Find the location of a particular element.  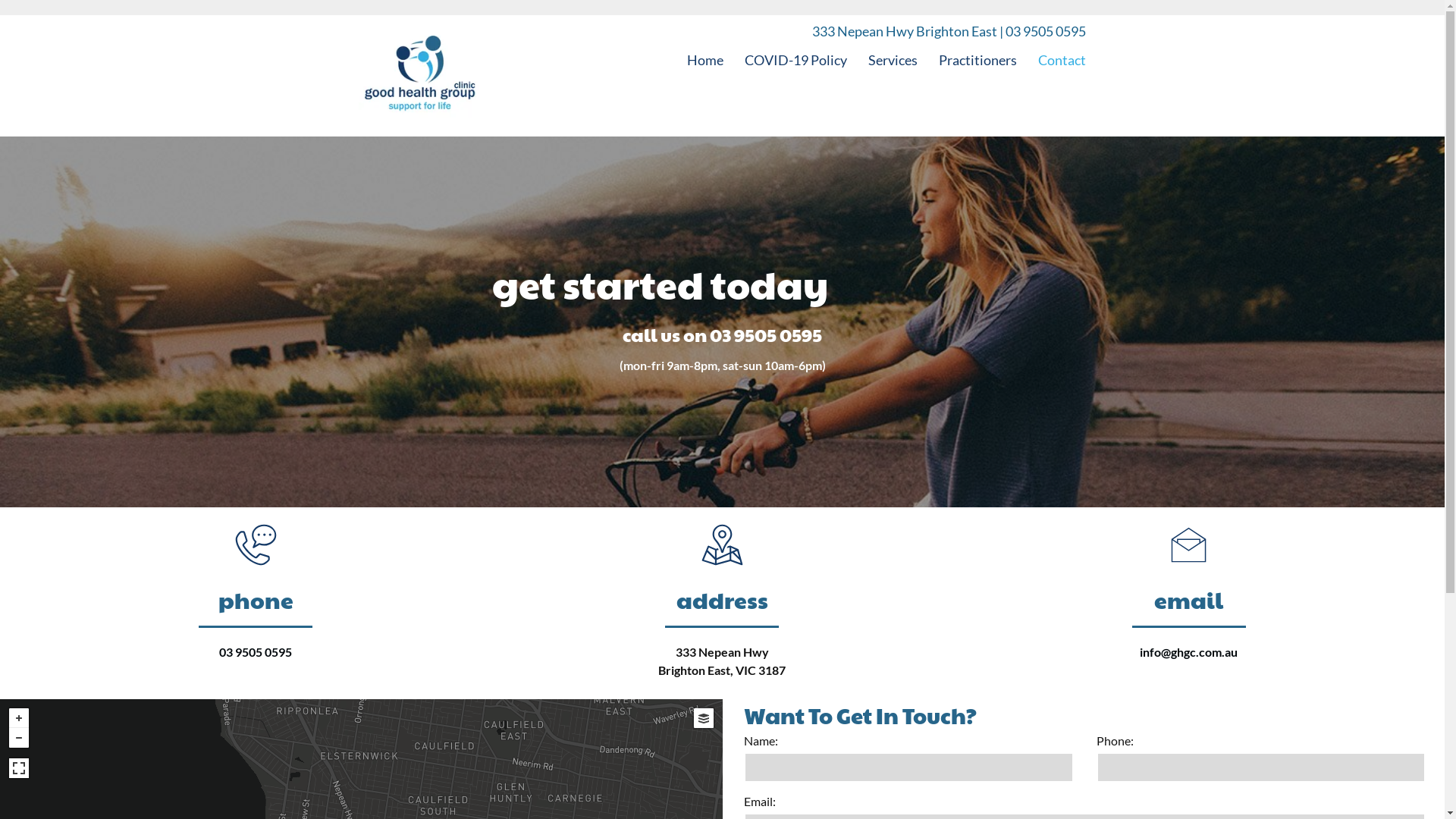

'Good Health Group logo' is located at coordinates (419, 76).